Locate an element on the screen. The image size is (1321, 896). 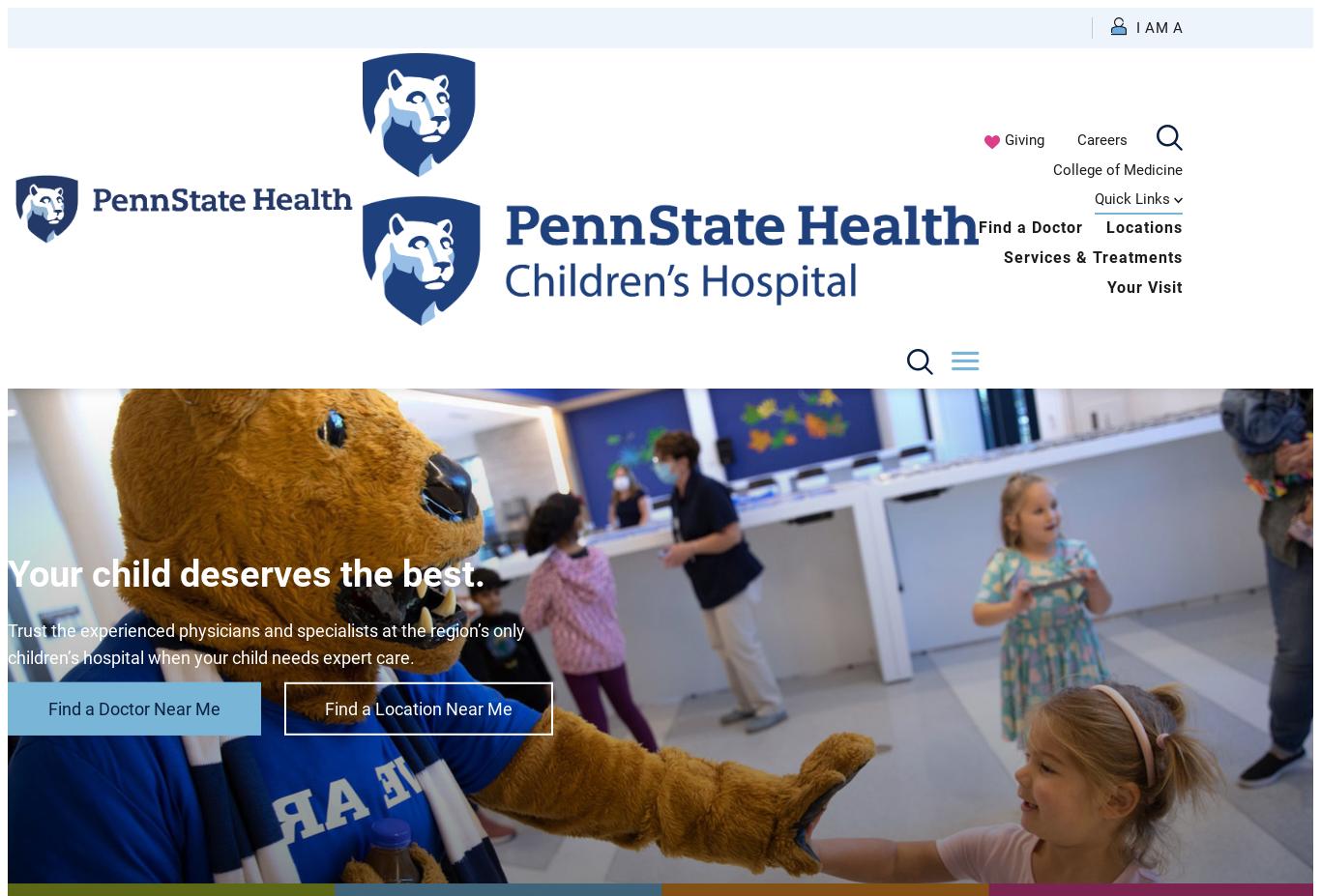
'Volunteer or Donor' is located at coordinates (983, 375).